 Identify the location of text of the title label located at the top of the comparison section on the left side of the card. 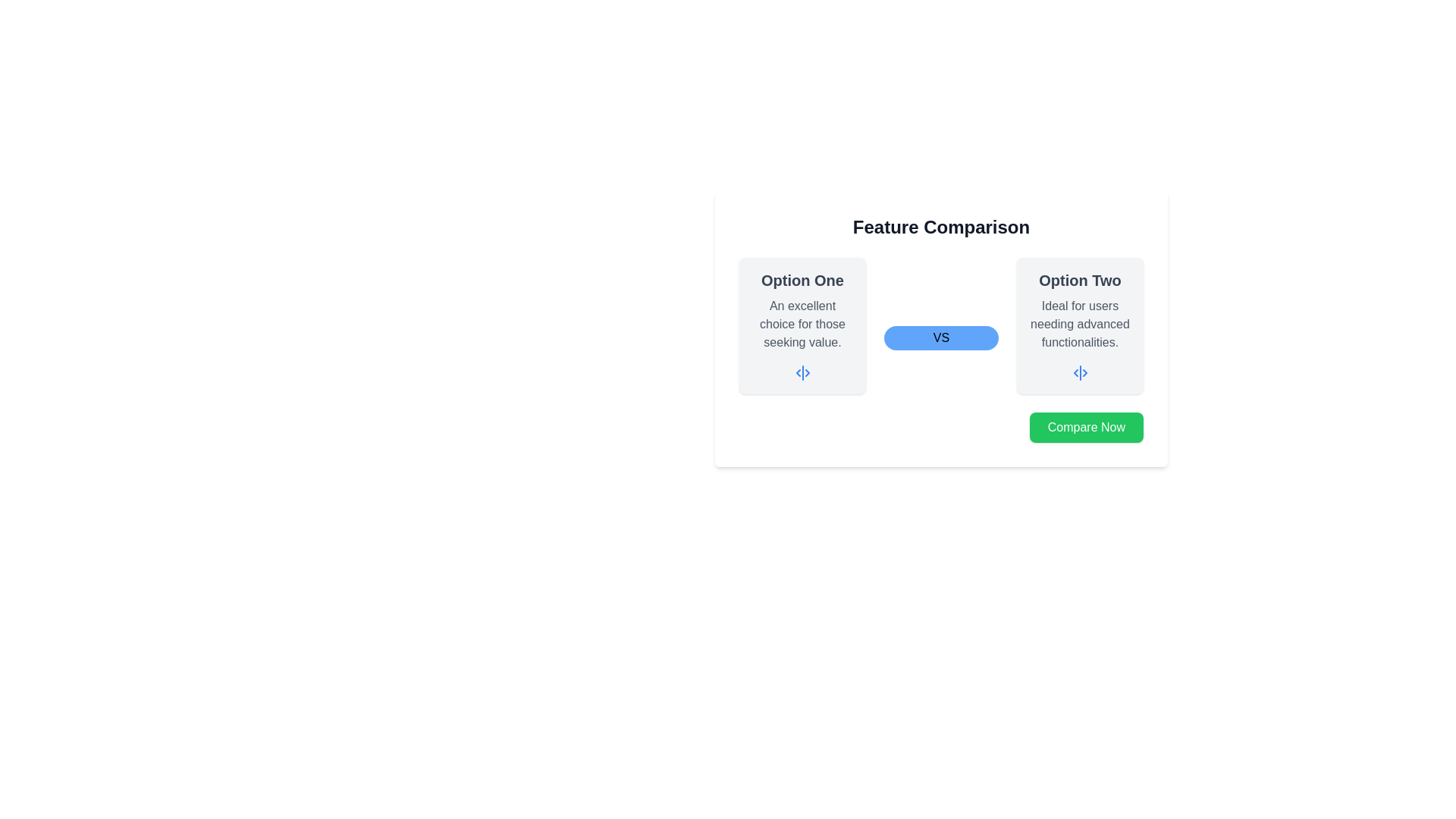
(802, 281).